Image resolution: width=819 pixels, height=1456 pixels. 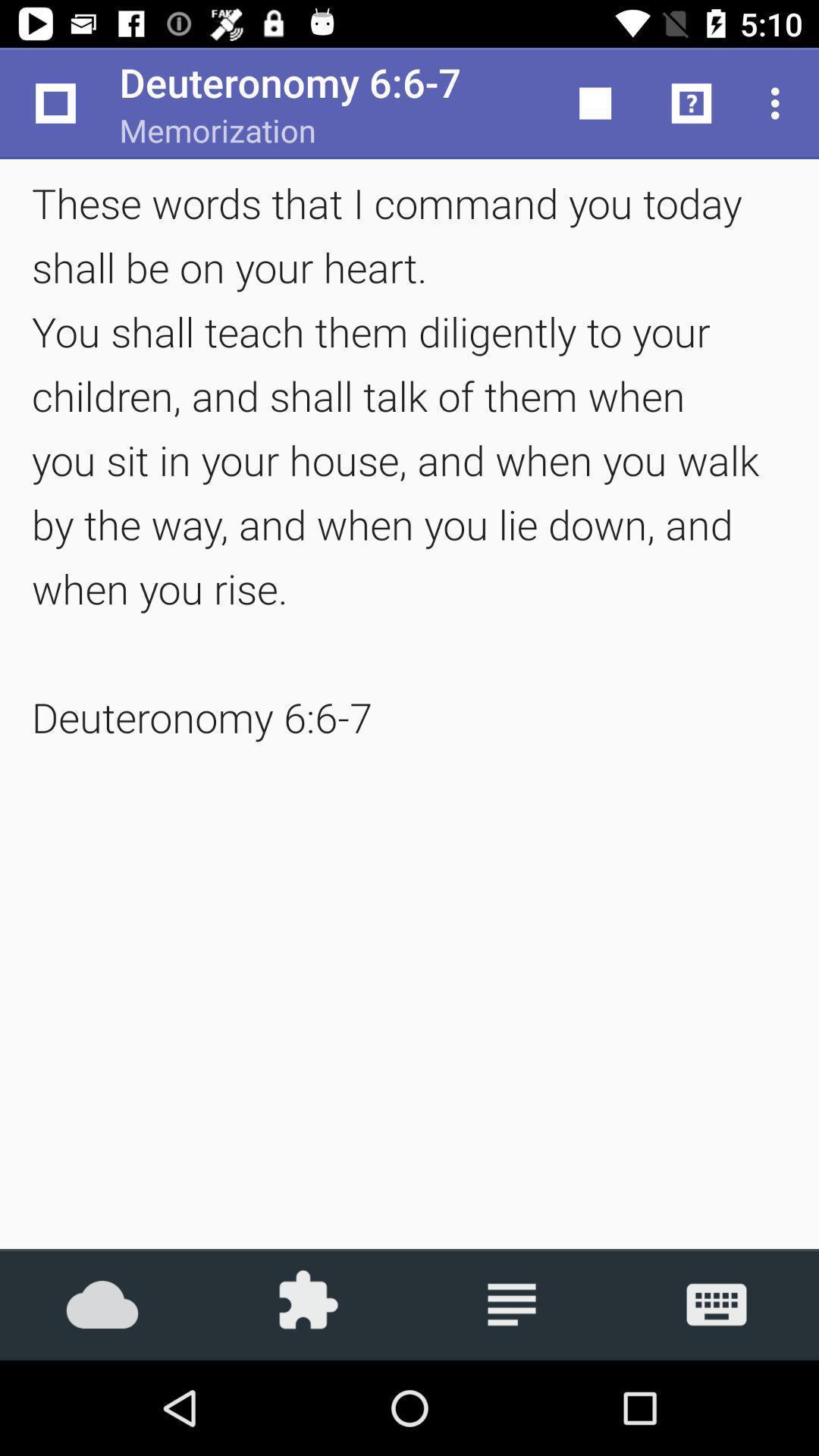 What do you see at coordinates (307, 1304) in the screenshot?
I see `the icon which is beside the cloud icon` at bounding box center [307, 1304].